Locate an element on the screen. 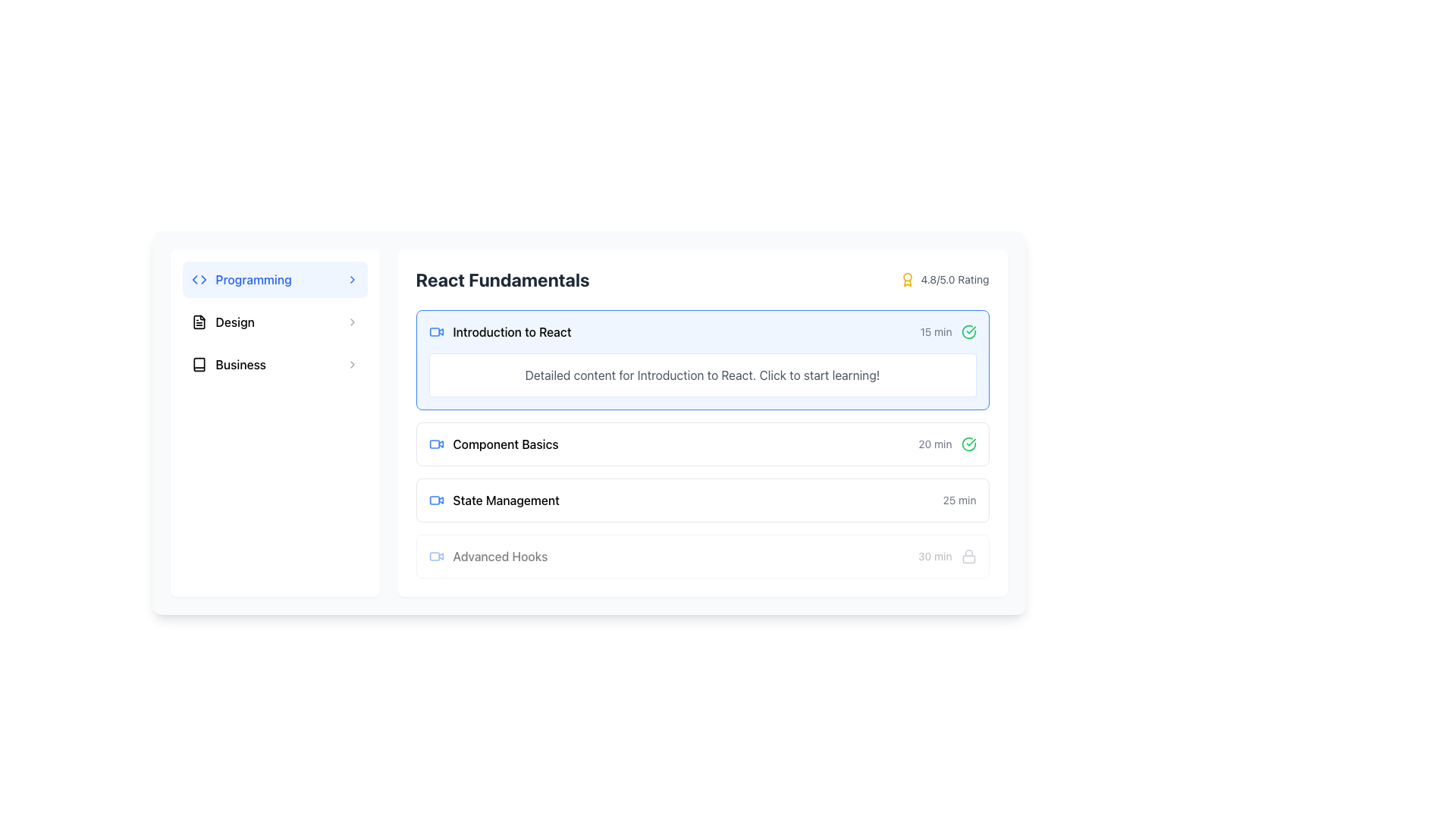 The height and width of the screenshot is (819, 1456). the decorative SVG Shape that is part of the 'video' icon located beside 'State Management' is located at coordinates (433, 500).